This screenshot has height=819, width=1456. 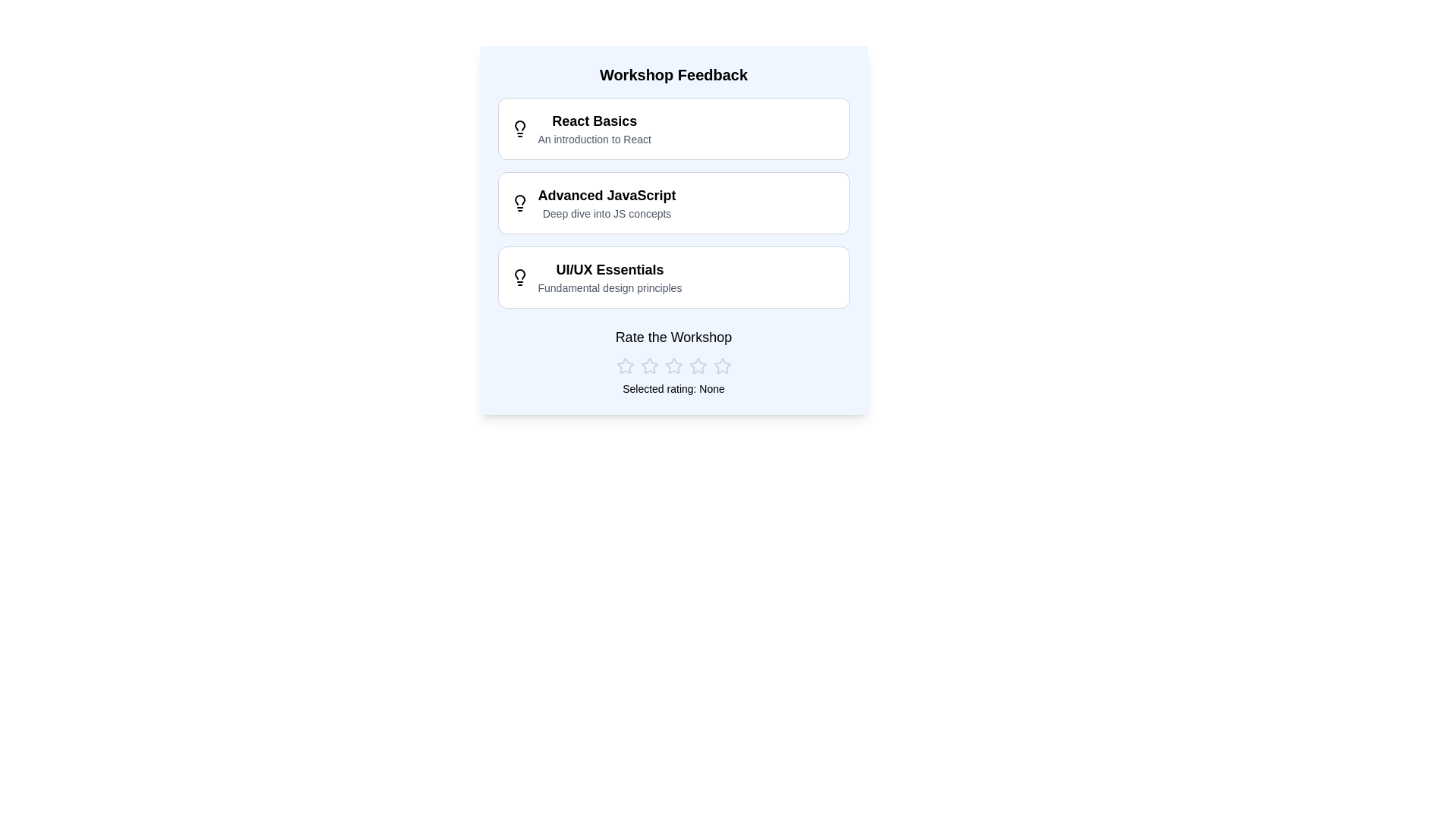 I want to click on the first interactive card in the listing context that provides information about 'React Basics', so click(x=673, y=127).